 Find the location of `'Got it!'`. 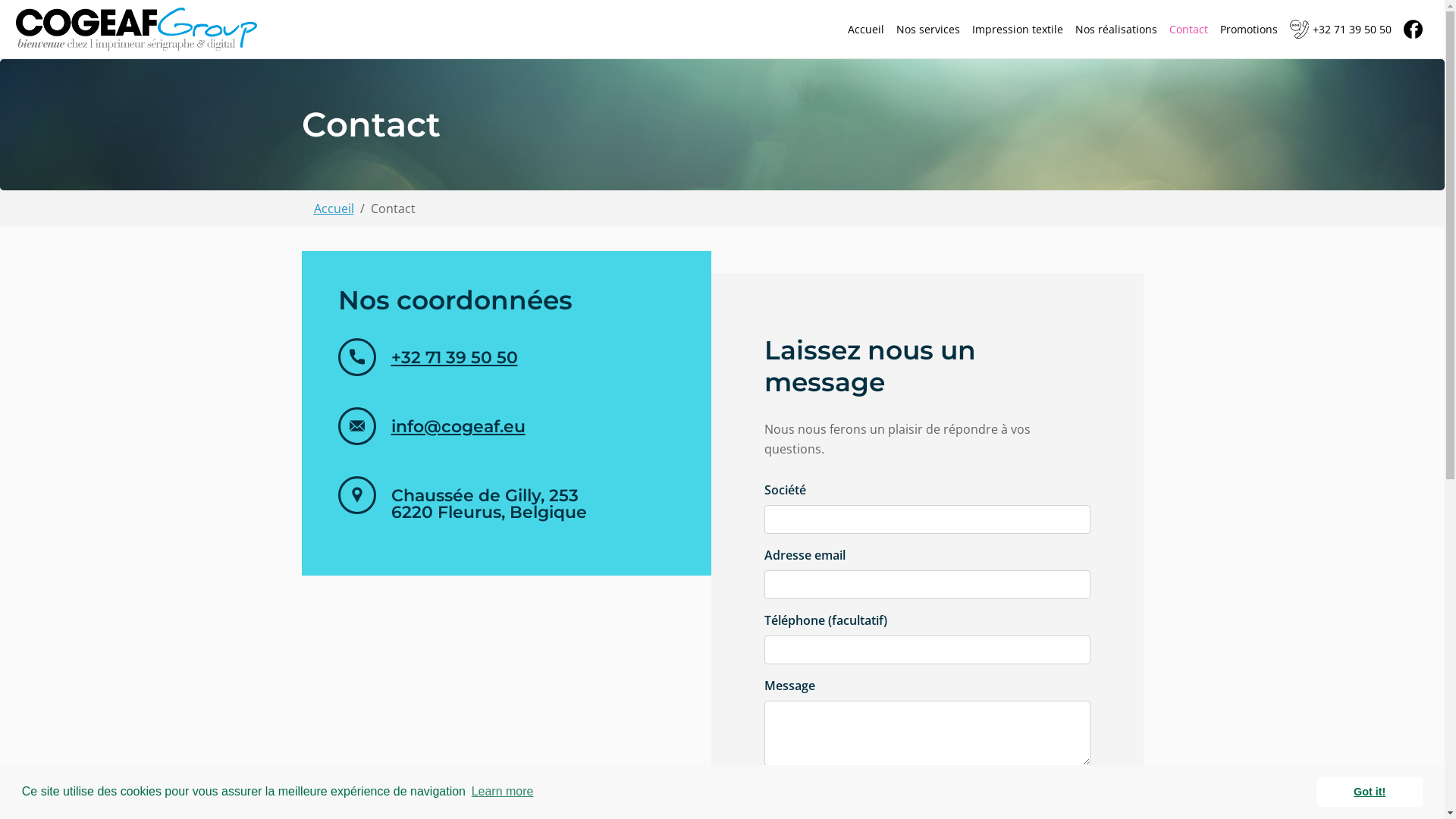

'Got it!' is located at coordinates (1316, 791).